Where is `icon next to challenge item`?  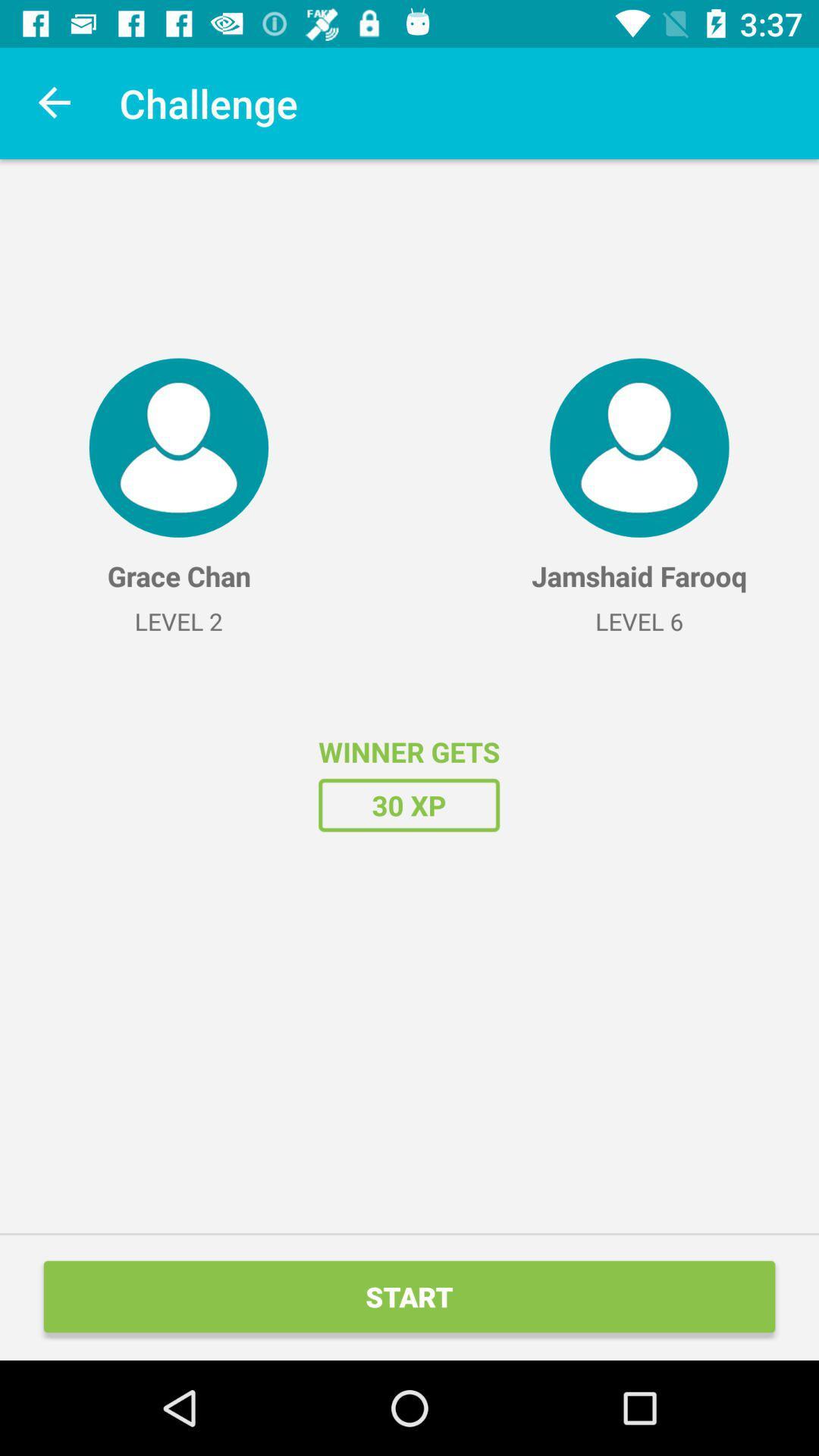 icon next to challenge item is located at coordinates (55, 102).